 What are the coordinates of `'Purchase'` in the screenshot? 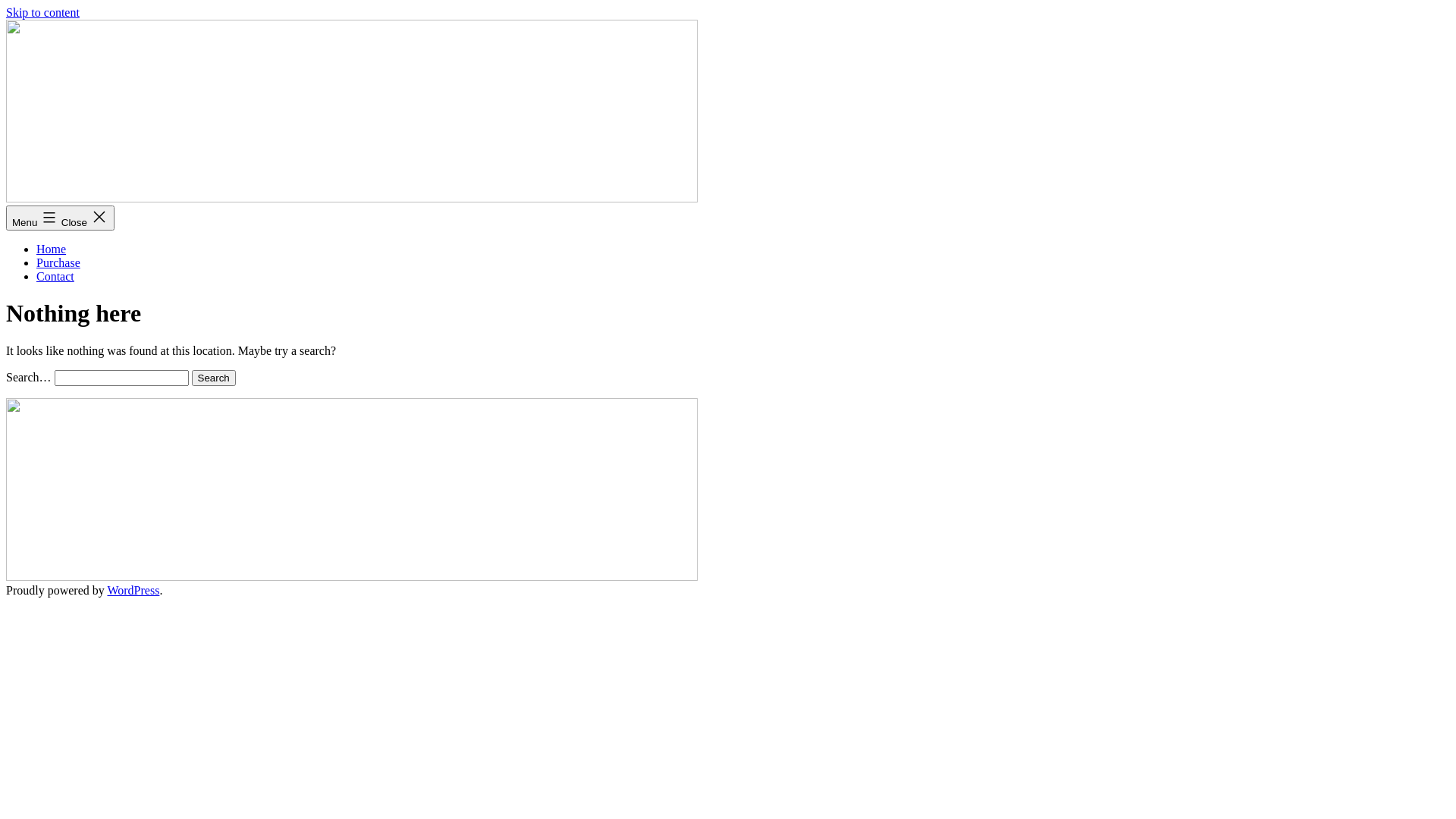 It's located at (58, 262).